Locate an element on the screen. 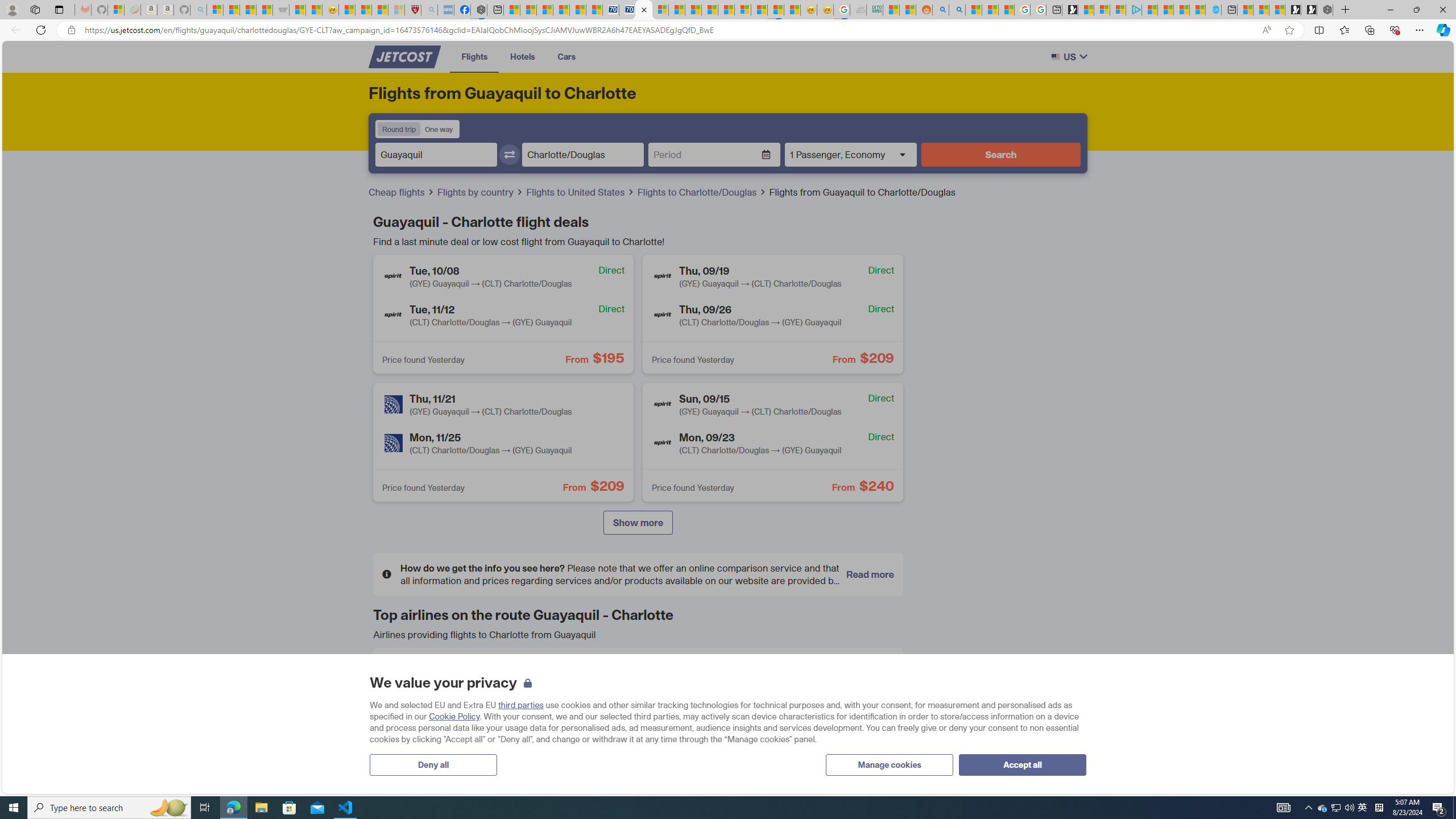 The width and height of the screenshot is (1456, 819). 'Arrival place' is located at coordinates (582, 154).